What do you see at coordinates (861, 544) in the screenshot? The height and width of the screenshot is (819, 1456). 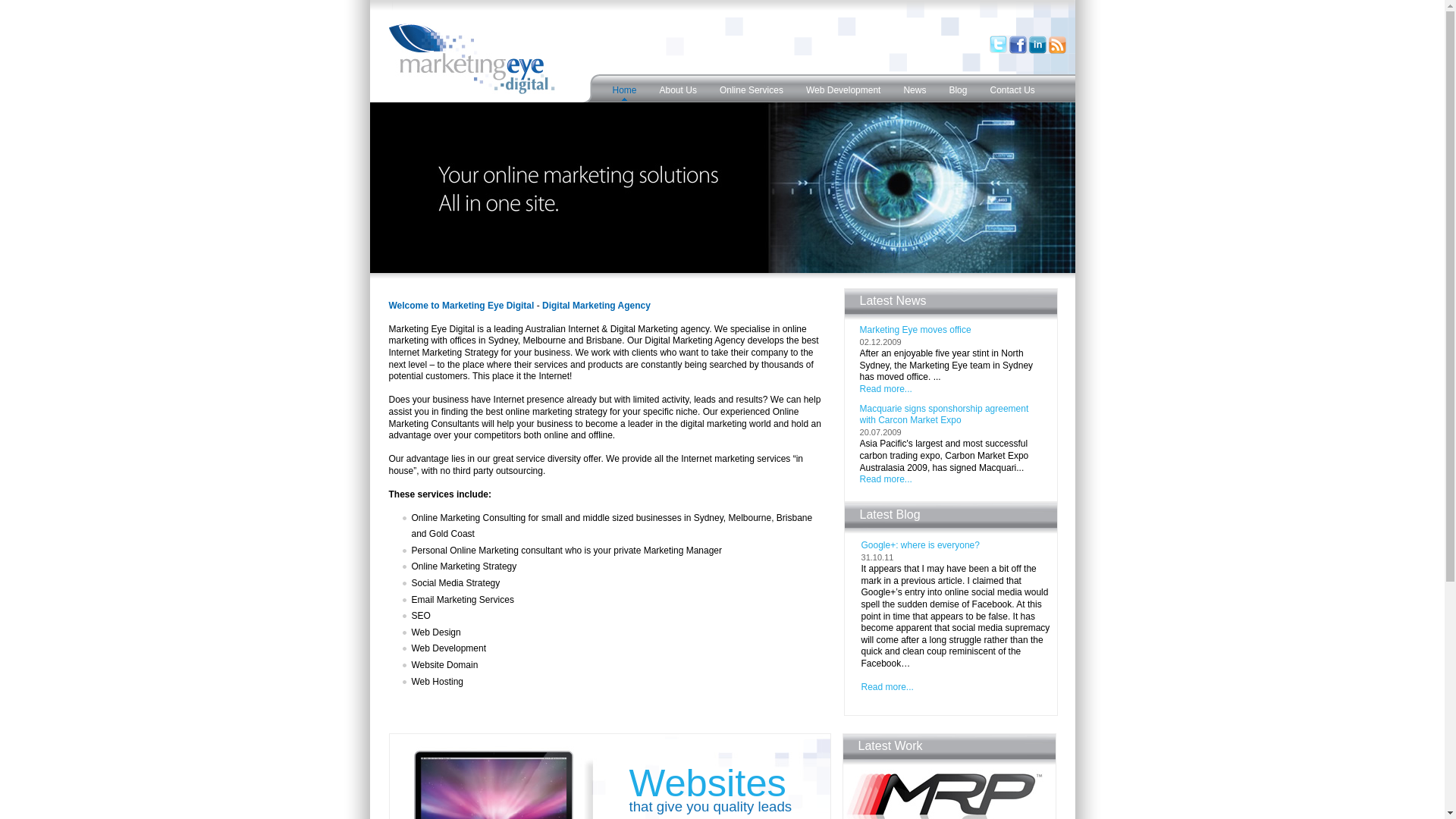 I see `'Google+: where is everyone?'` at bounding box center [861, 544].